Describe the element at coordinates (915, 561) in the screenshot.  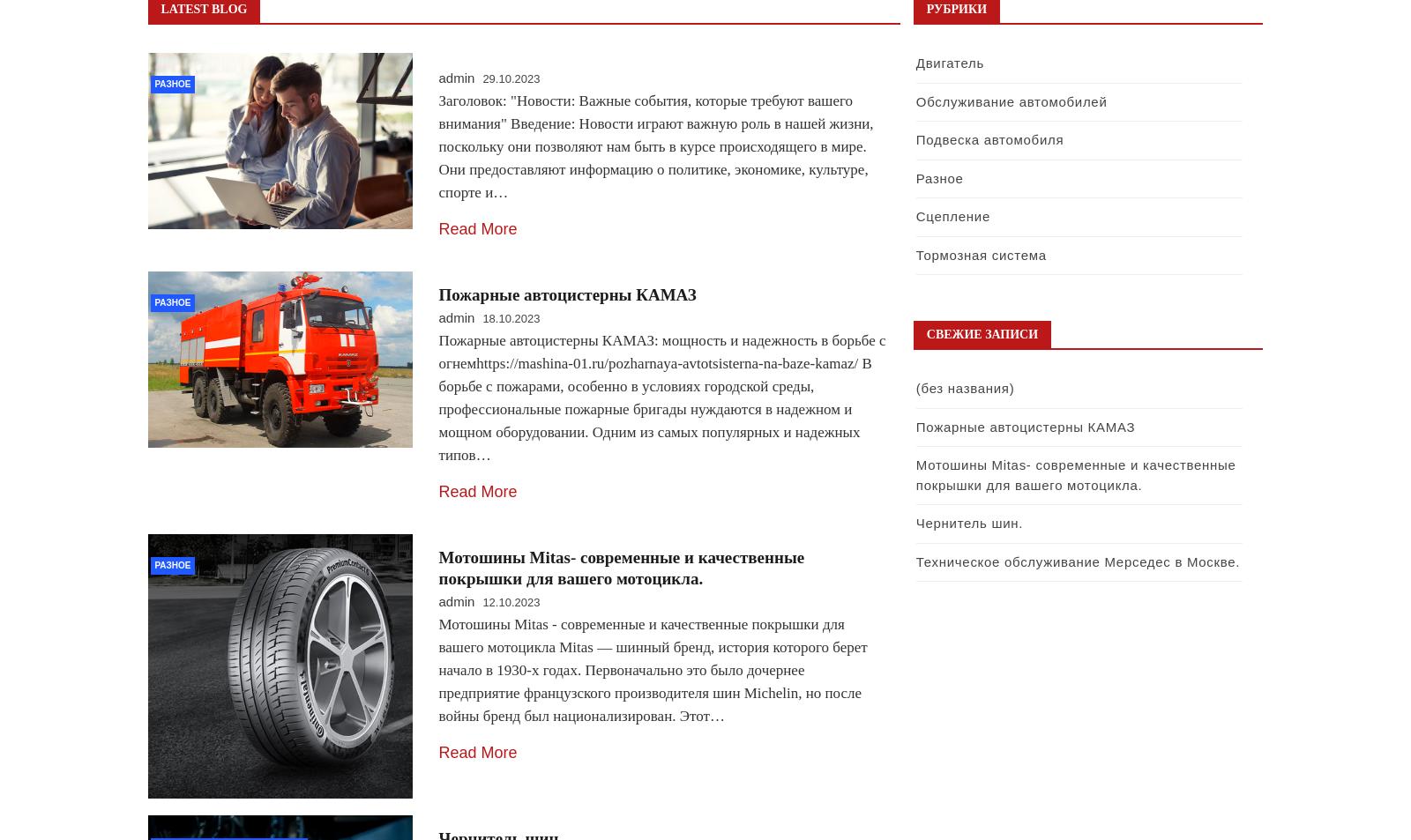
I see `'Техническое обслуживание Мерседес в Москве.'` at that location.